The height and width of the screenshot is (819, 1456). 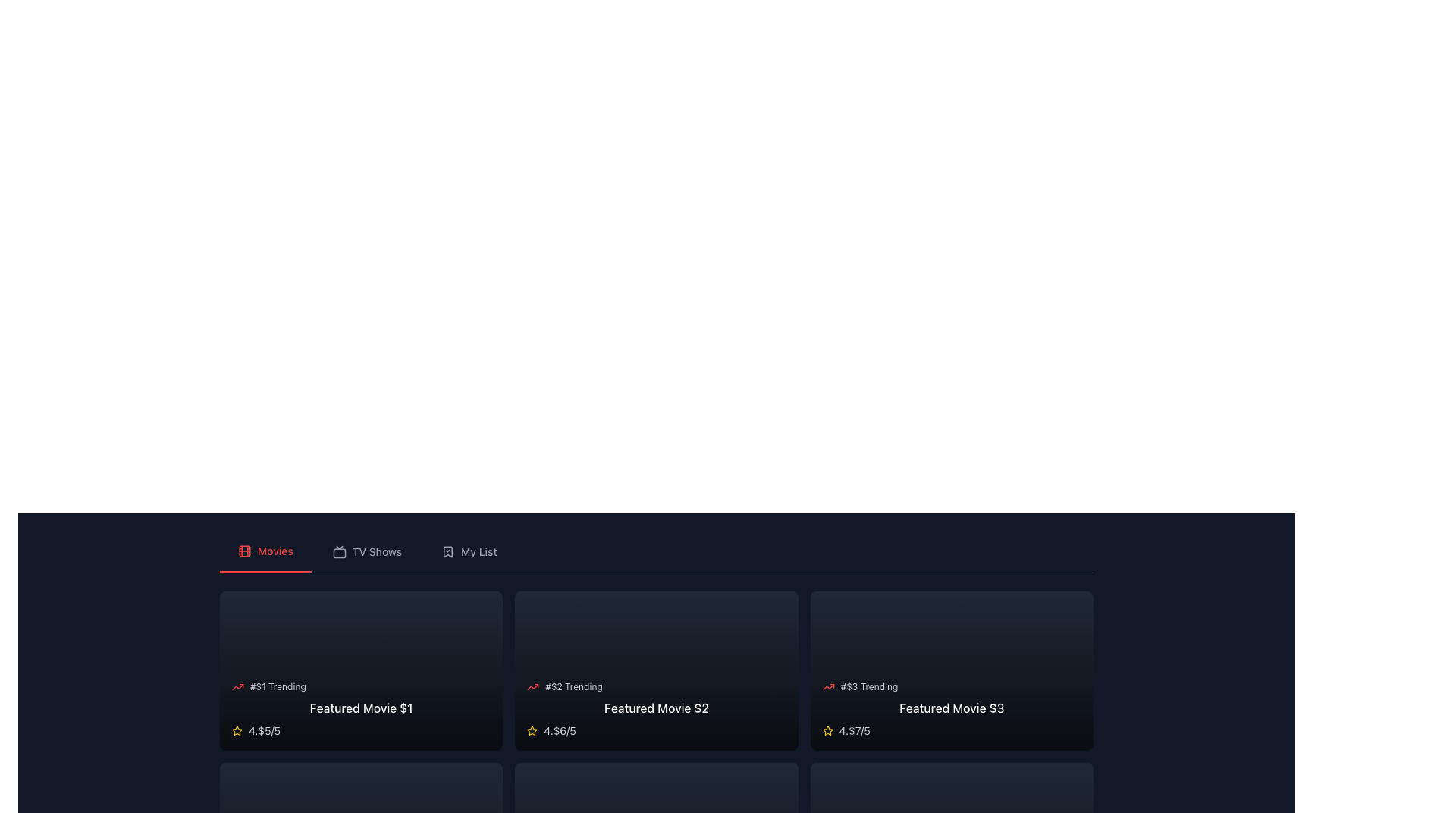 What do you see at coordinates (855, 730) in the screenshot?
I see `the text label displaying the rating '4.$7/5' which is styled in gray and positioned next to a star icon within the 'Featured Movie $3' card` at bounding box center [855, 730].